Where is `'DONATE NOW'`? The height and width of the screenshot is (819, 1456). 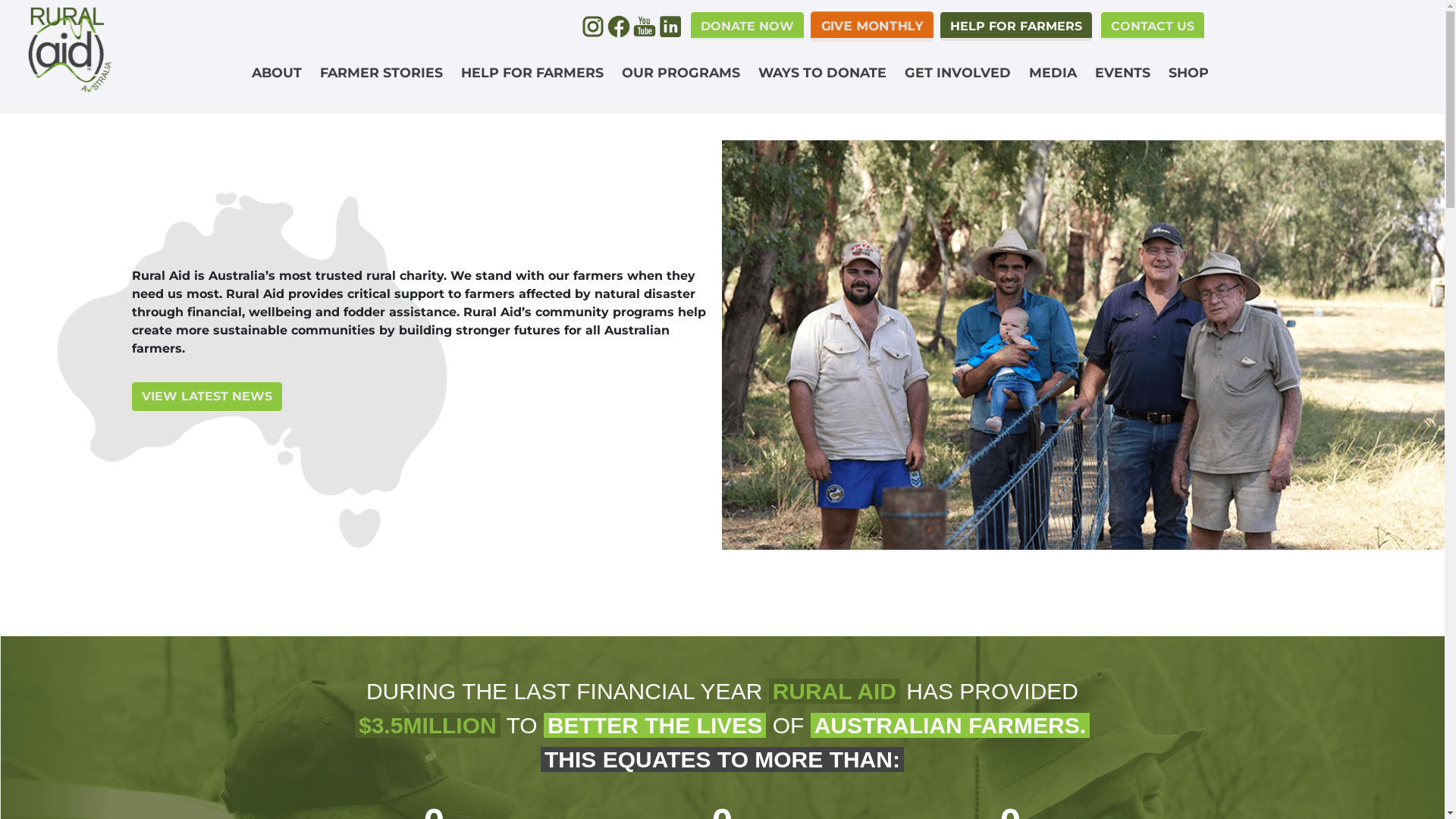 'DONATE NOW' is located at coordinates (746, 25).